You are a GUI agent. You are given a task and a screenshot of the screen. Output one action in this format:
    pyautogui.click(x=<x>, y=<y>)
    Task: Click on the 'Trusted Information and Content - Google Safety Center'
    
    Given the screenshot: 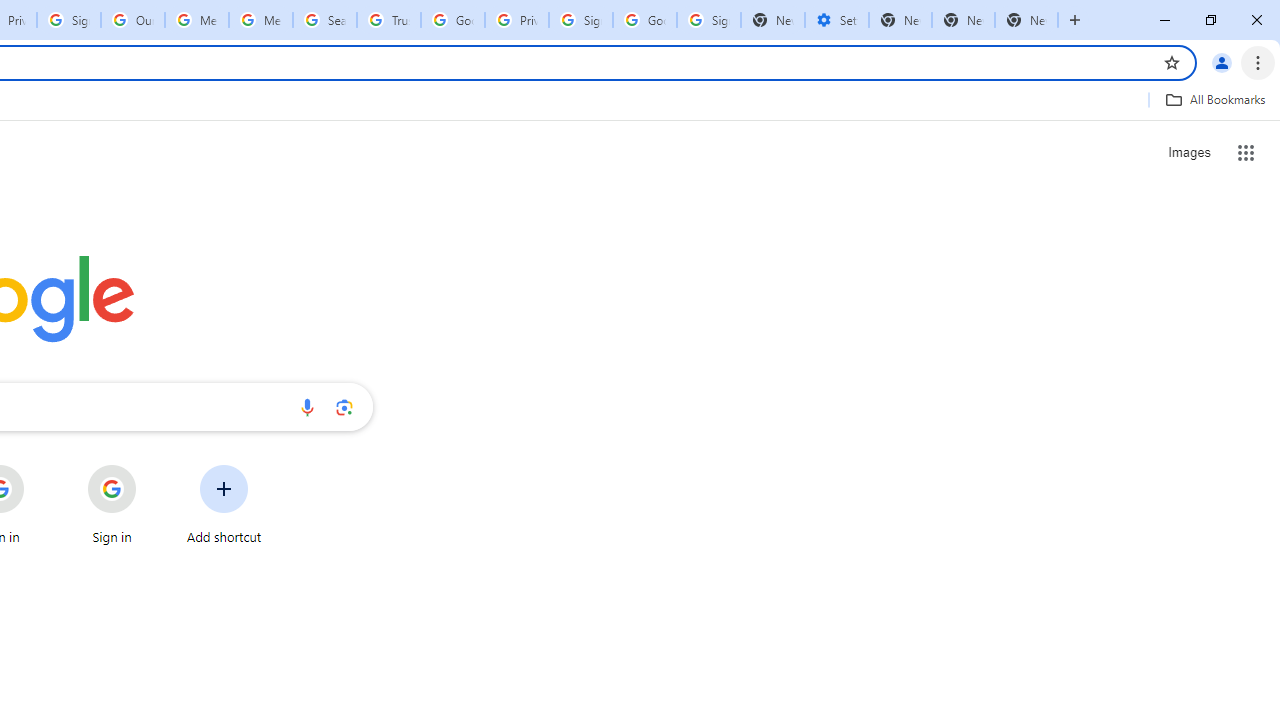 What is the action you would take?
    pyautogui.click(x=389, y=20)
    